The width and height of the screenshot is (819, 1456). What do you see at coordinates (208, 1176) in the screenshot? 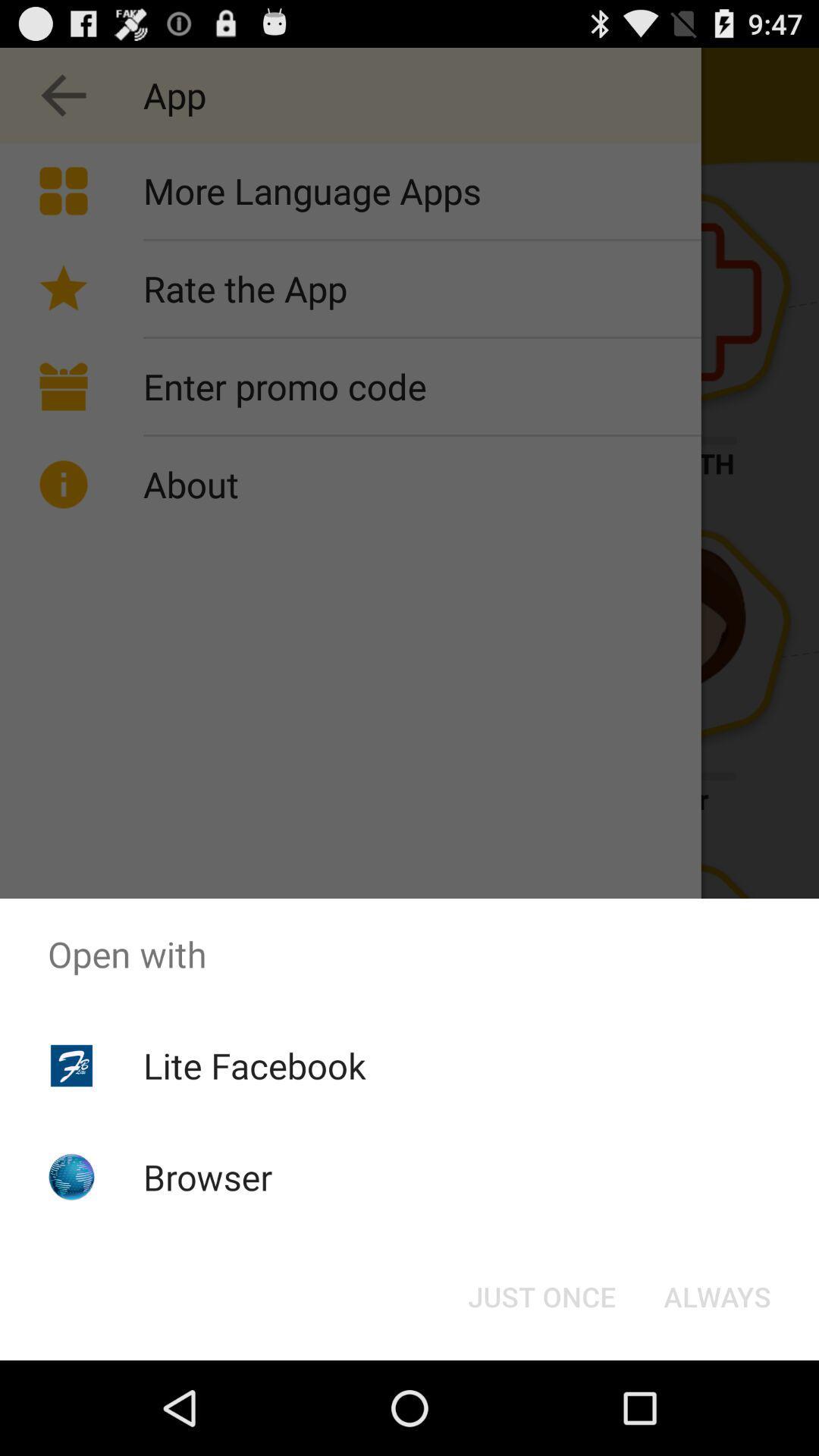
I see `icon below the lite facebook icon` at bounding box center [208, 1176].